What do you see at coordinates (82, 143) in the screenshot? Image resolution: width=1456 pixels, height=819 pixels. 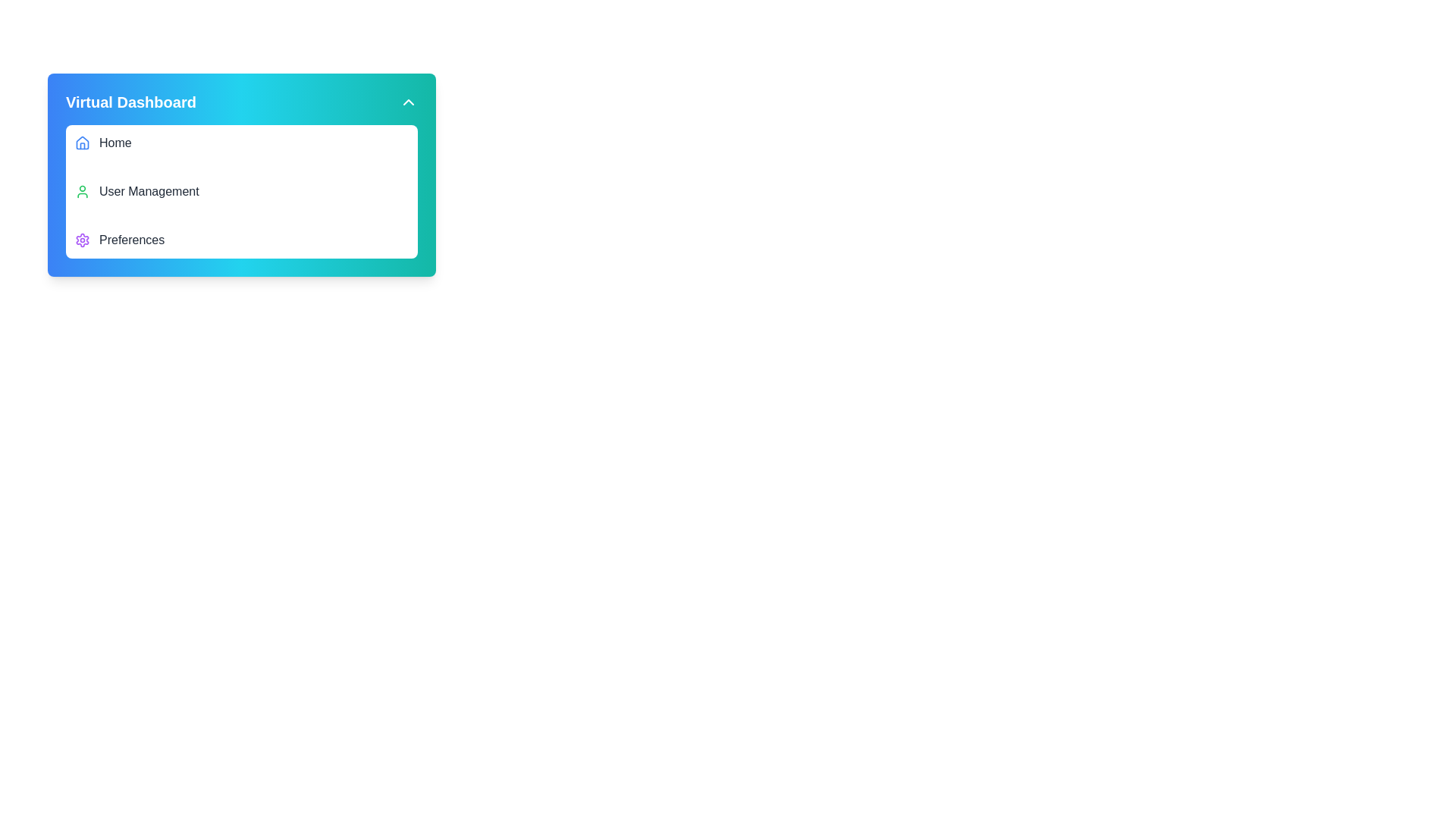 I see `the blue house icon located at the leftmost position of the 'Home' menu item to associate it with the menu item 'Home'` at bounding box center [82, 143].